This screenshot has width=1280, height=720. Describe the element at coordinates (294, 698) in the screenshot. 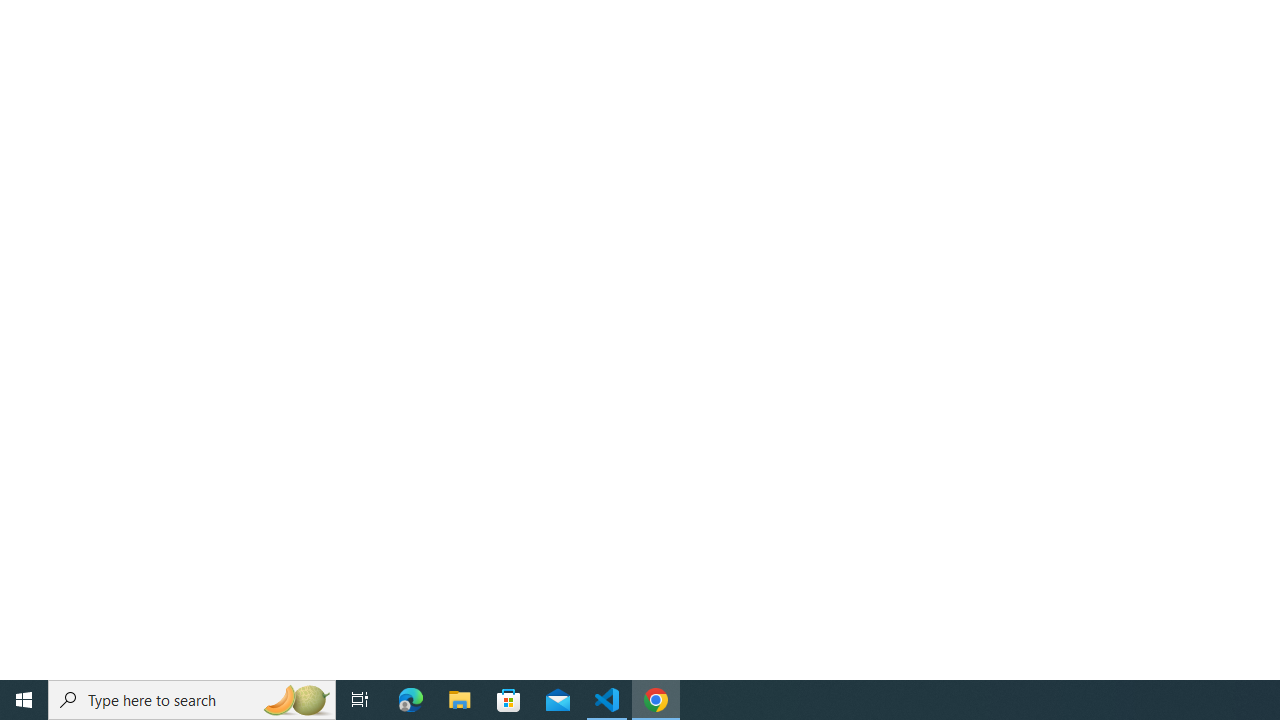

I see `'Search highlights icon opens search home window'` at that location.